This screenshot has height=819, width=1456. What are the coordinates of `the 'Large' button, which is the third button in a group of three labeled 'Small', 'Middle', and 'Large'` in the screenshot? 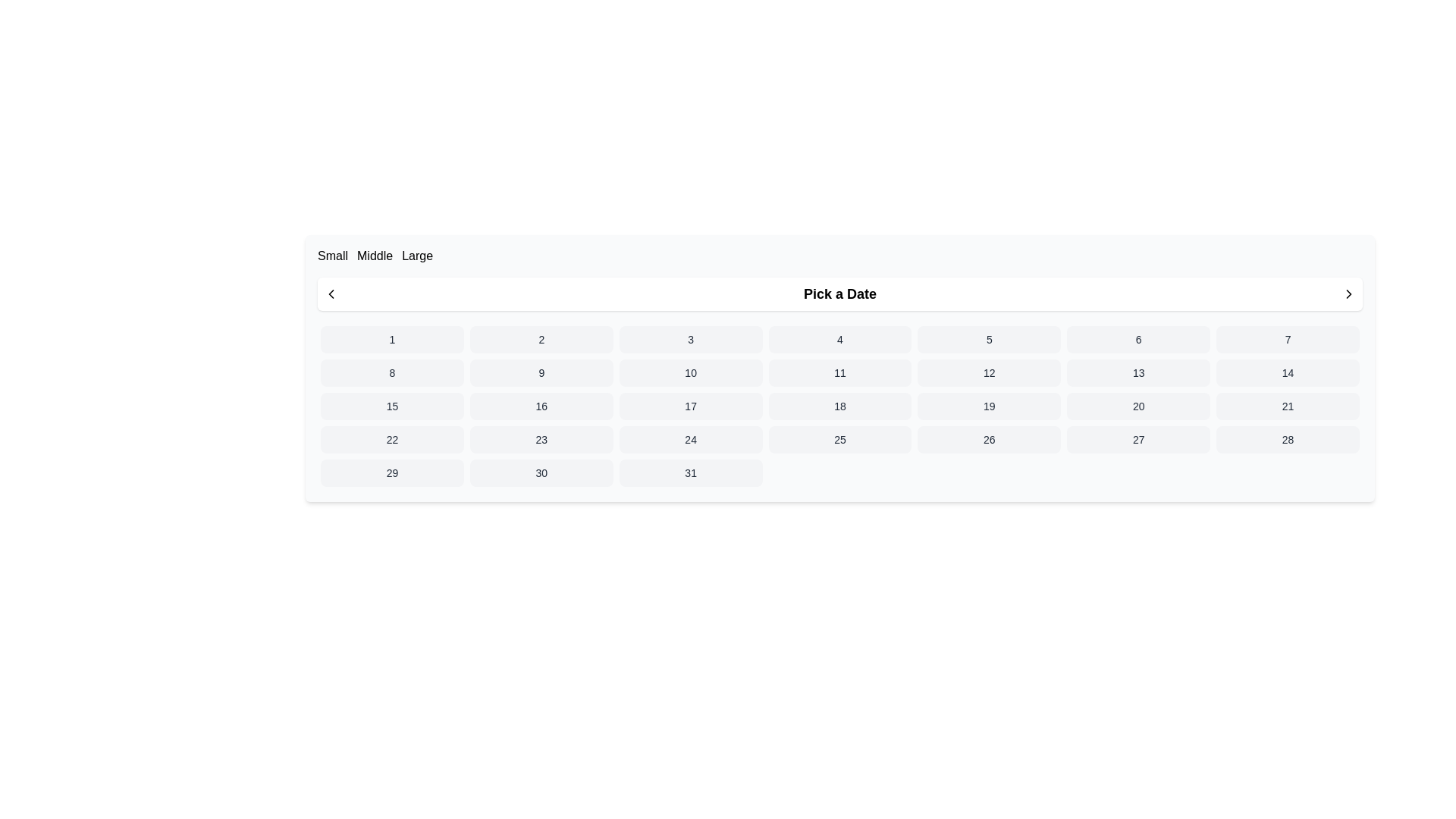 It's located at (417, 256).